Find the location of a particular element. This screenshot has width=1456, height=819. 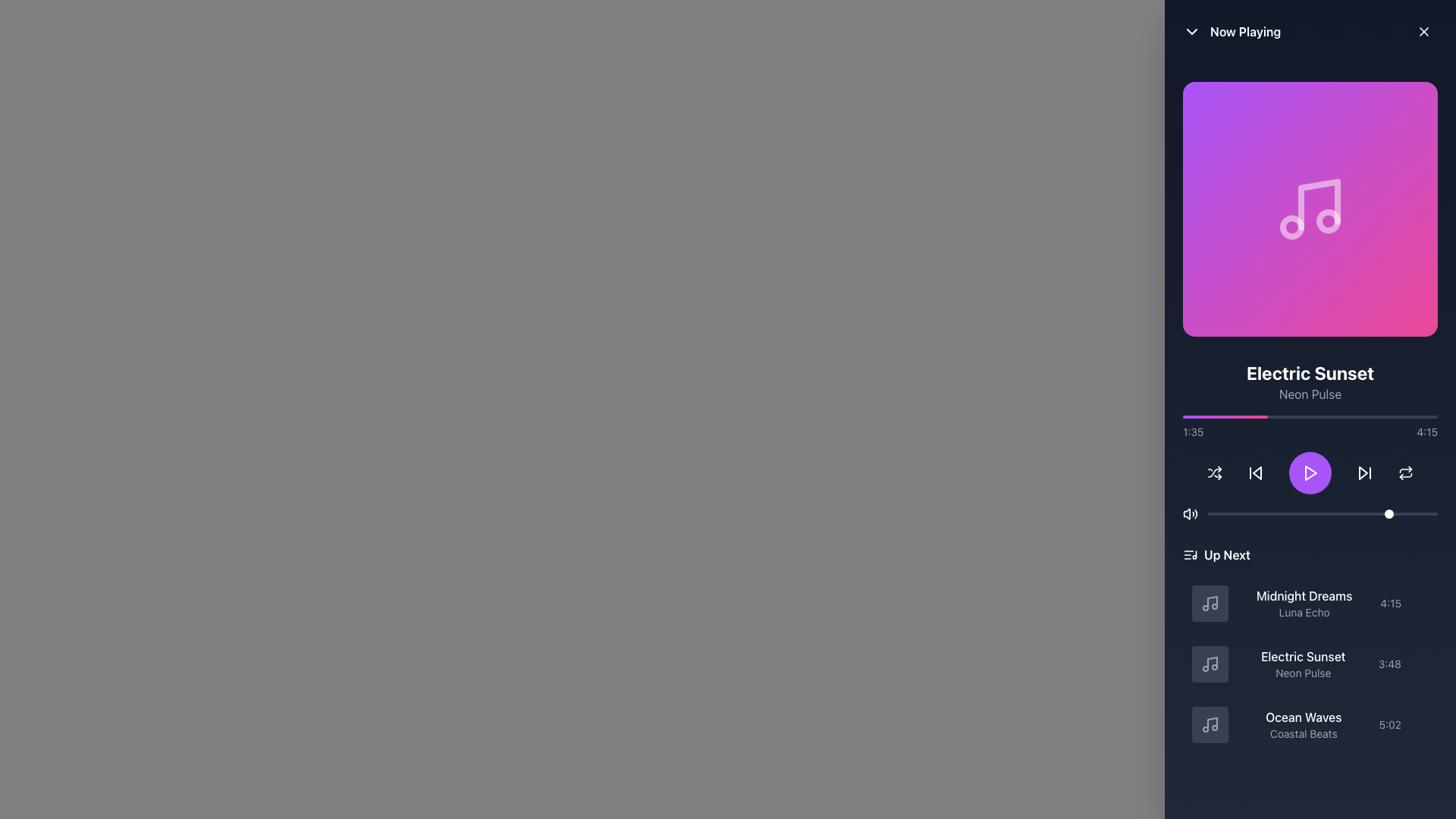

the forward skip button, which is the fifth icon from the left among the playback control icons beneath the song title, to skip to the next track is located at coordinates (1365, 472).